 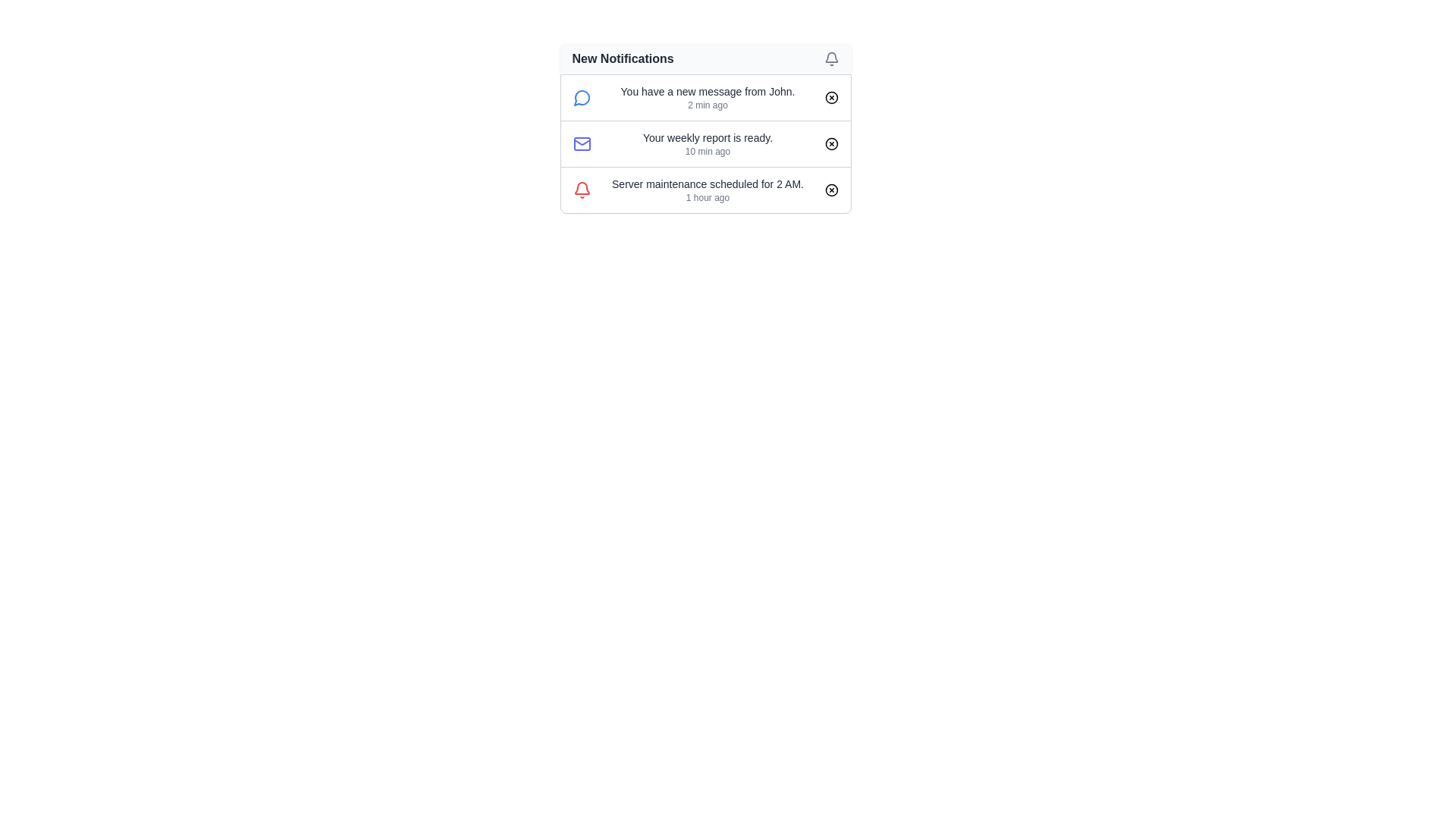 I want to click on the first notification item under 'New Notifications', so click(x=707, y=97).